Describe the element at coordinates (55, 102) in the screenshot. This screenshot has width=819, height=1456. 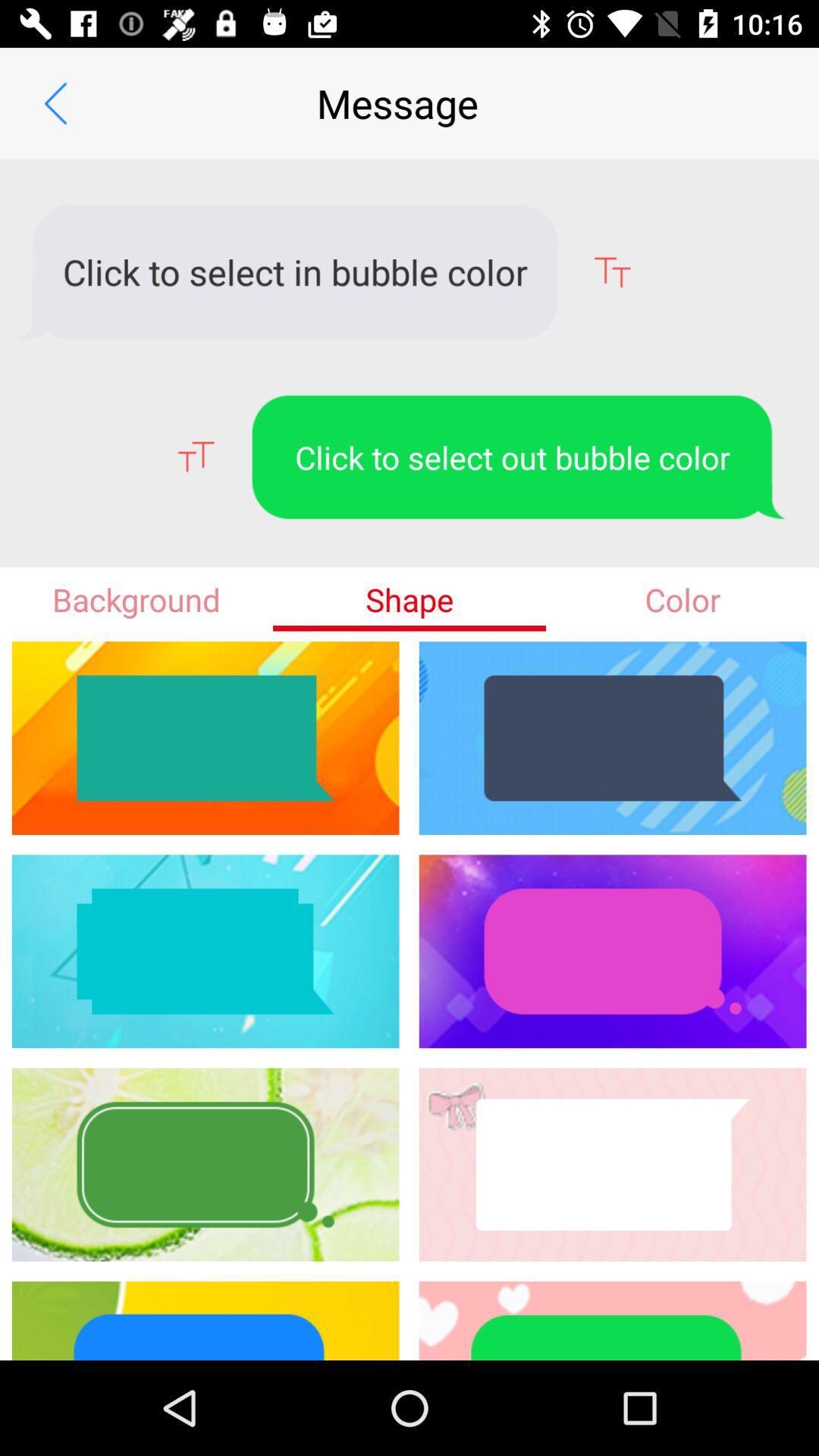
I see `the item to the left of message` at that location.